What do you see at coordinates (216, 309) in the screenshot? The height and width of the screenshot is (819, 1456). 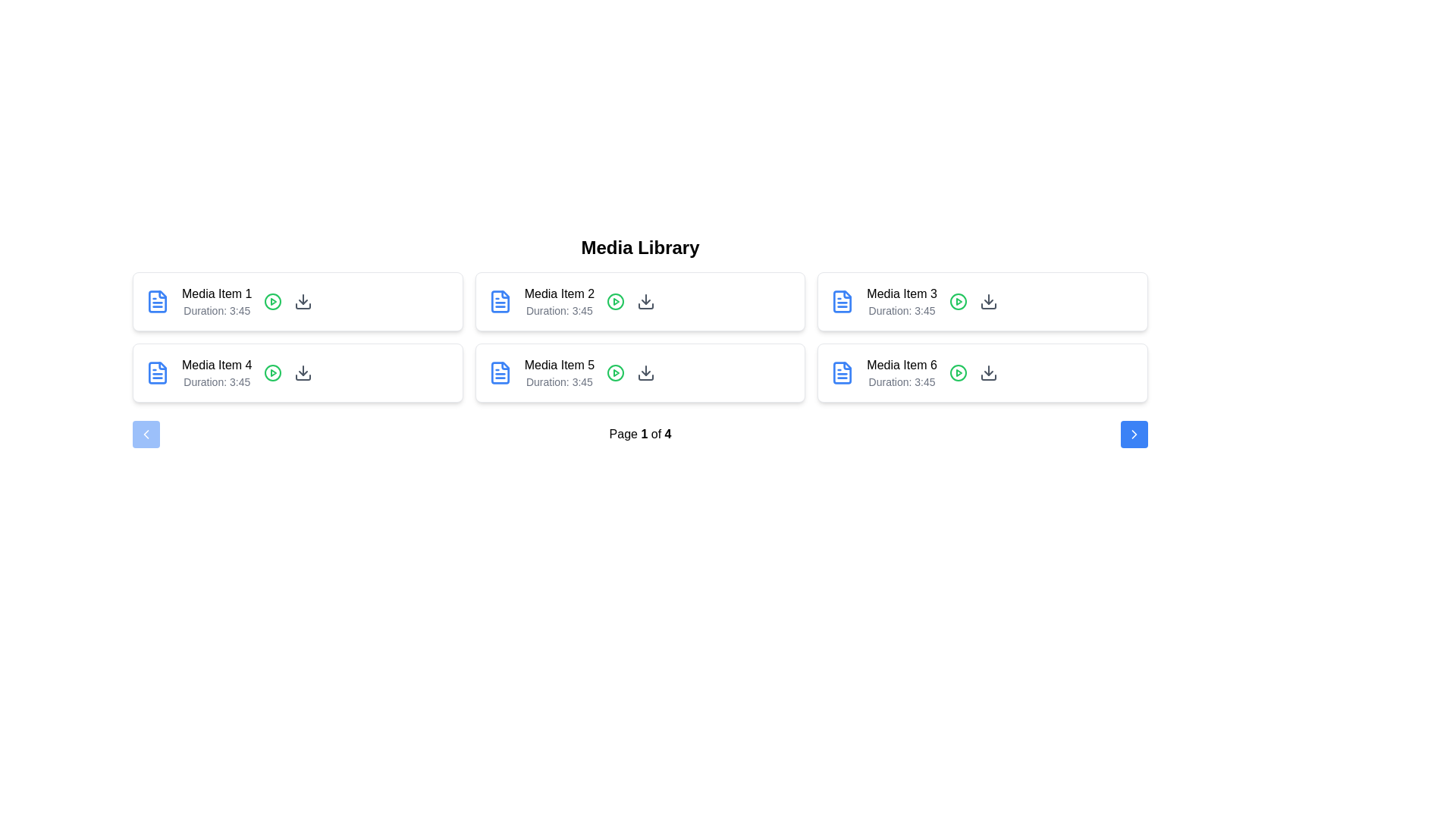 I see `the non-interactive informational label that indicates the duration of the media item, located in the first card of the leftmost column, directly below 'Media Item 1'` at bounding box center [216, 309].